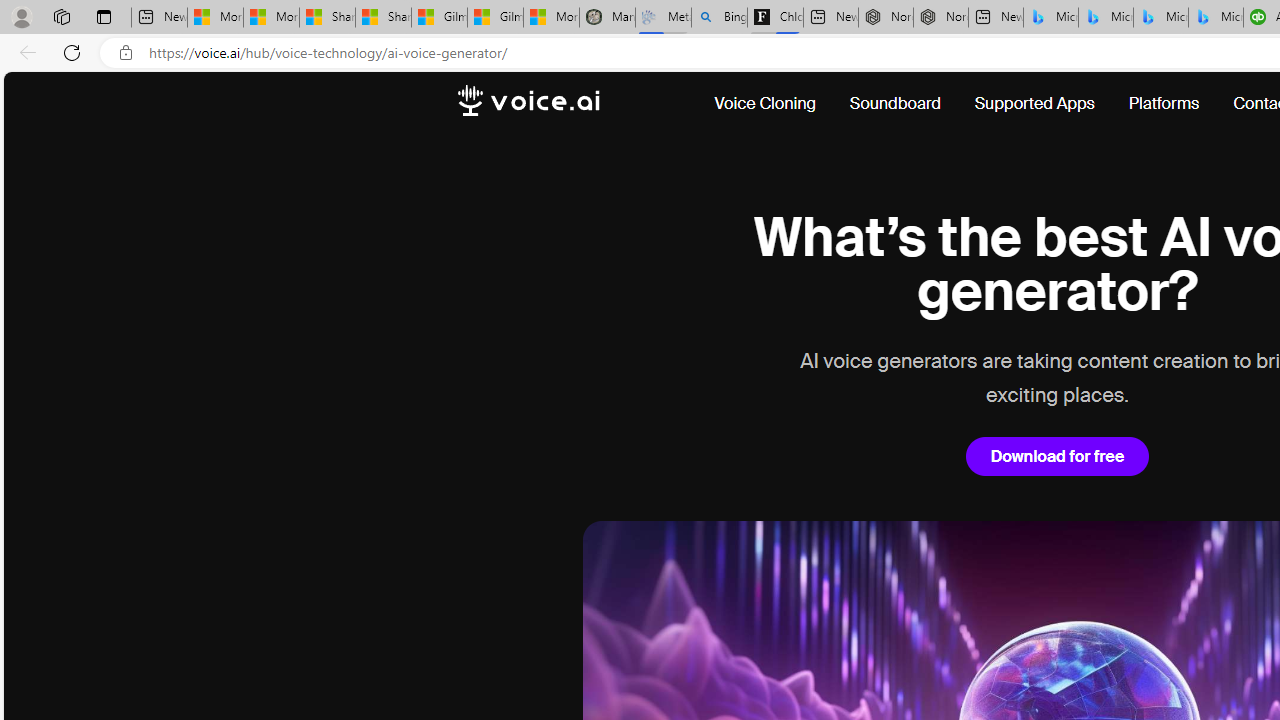 This screenshot has height=720, width=1280. Describe the element at coordinates (894, 104) in the screenshot. I see `'Soundboard'` at that location.